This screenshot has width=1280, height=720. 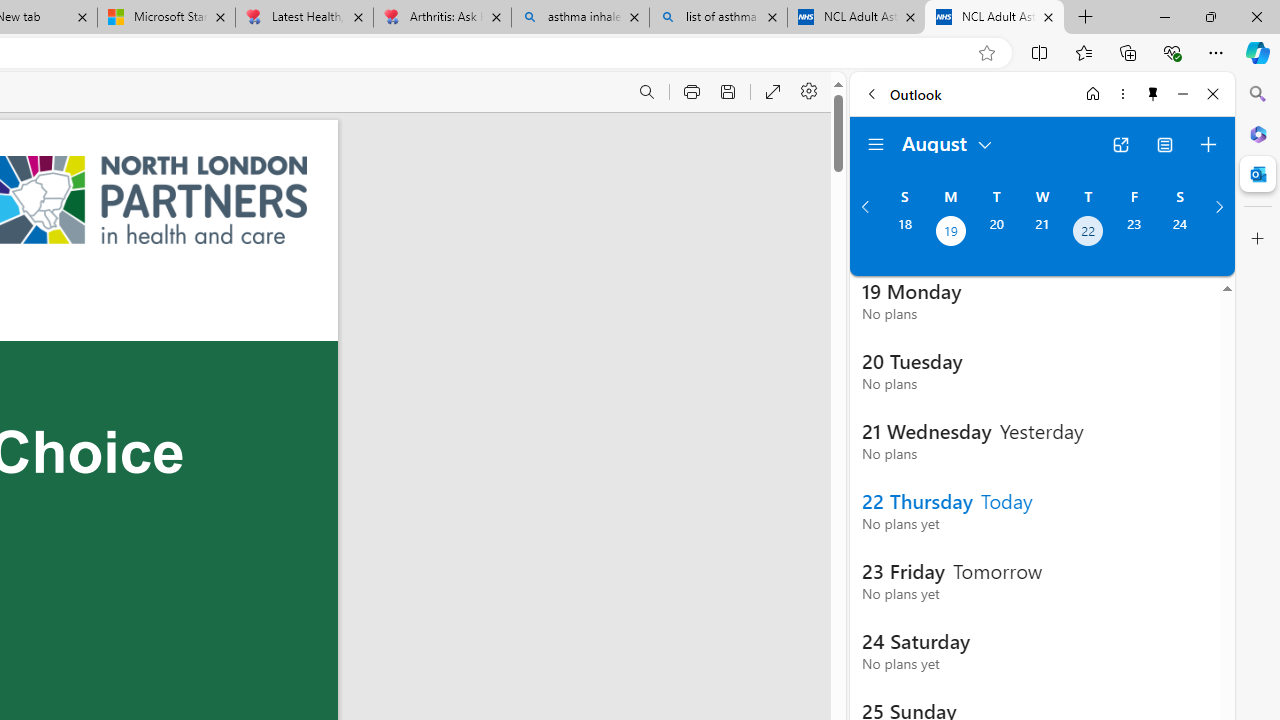 I want to click on 'Print (Ctrl+P)', so click(x=692, y=92).